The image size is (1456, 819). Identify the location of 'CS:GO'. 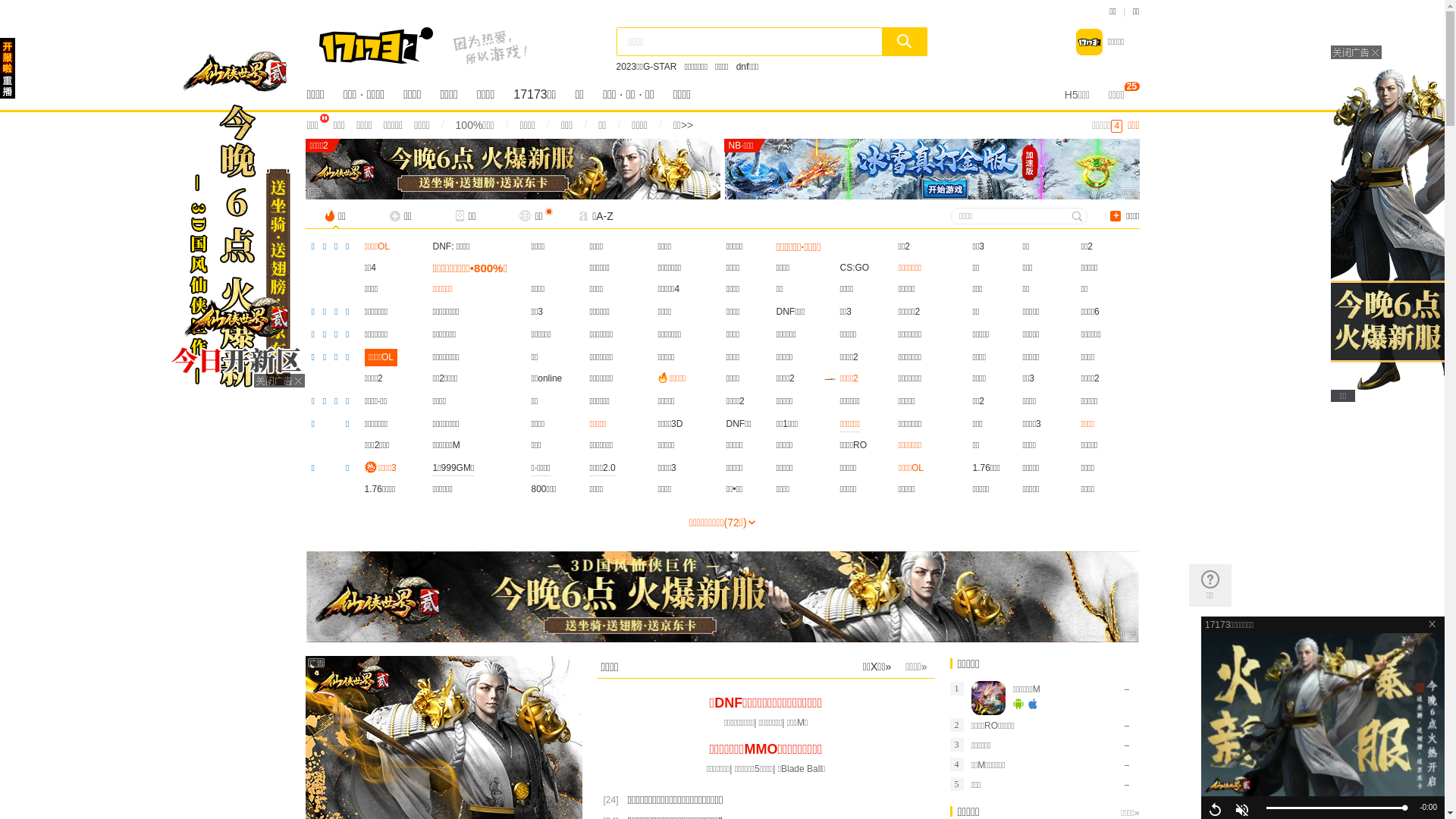
(839, 267).